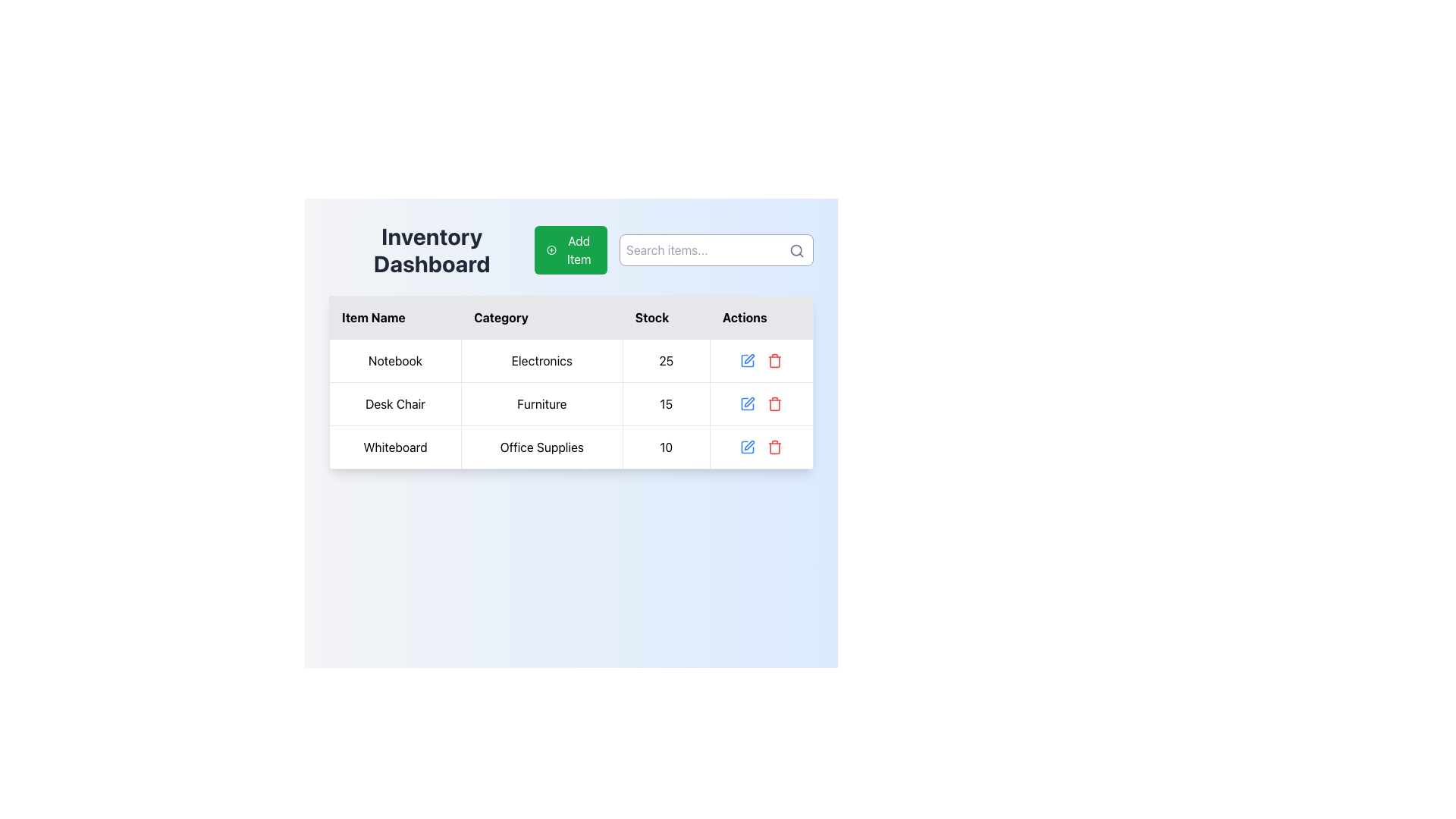 Image resolution: width=1456 pixels, height=819 pixels. I want to click on the 'delete item' button located in the bottom row of the table under the 'Actions' column, specifically the second icon in the cell, so click(775, 447).